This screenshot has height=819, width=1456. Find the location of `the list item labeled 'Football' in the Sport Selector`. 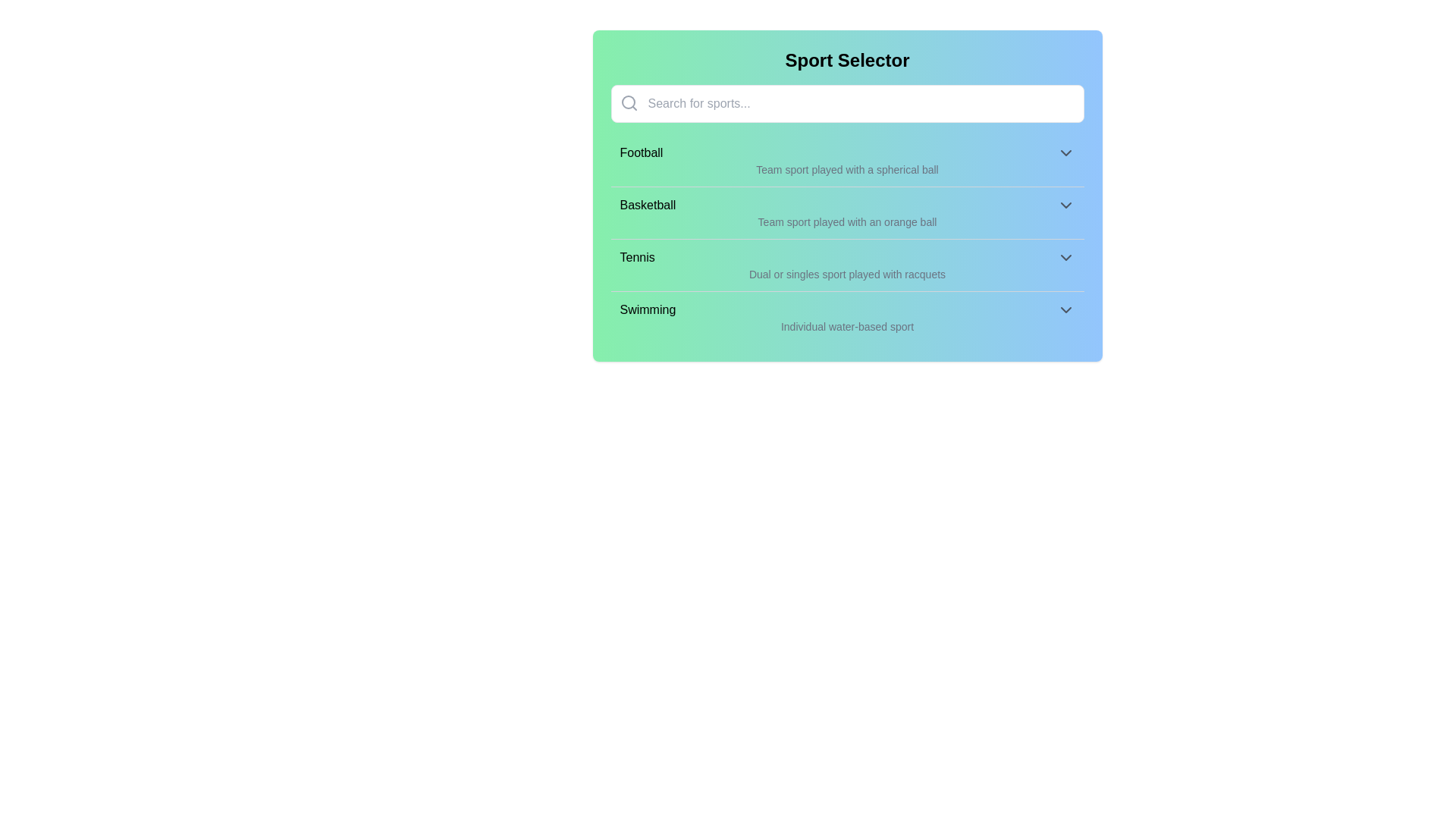

the list item labeled 'Football' in the Sport Selector is located at coordinates (846, 161).